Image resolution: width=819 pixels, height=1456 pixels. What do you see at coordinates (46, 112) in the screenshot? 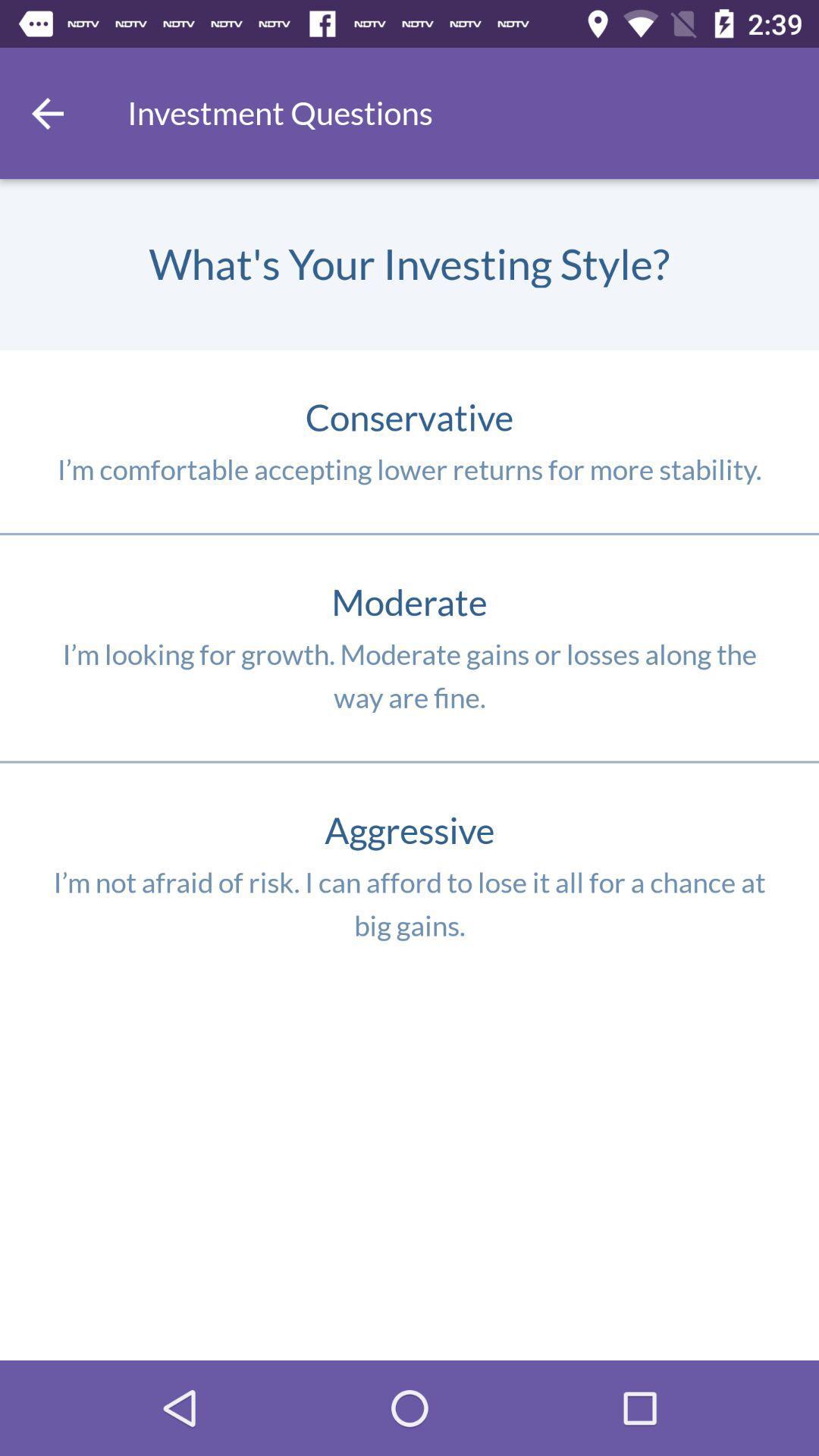
I see `the arrow_backward icon` at bounding box center [46, 112].